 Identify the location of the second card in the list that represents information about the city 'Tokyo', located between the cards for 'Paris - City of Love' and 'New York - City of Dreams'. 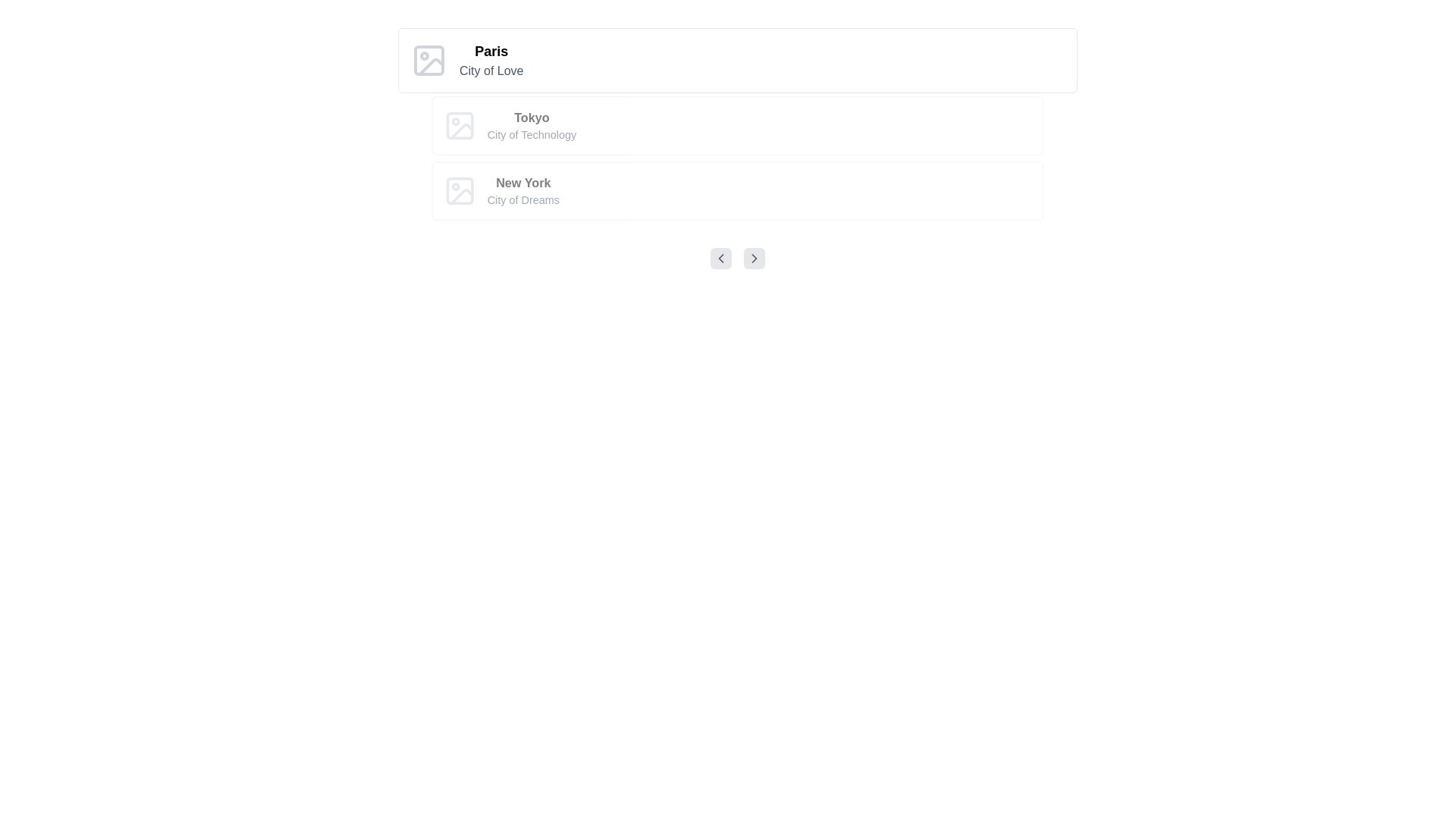
(738, 124).